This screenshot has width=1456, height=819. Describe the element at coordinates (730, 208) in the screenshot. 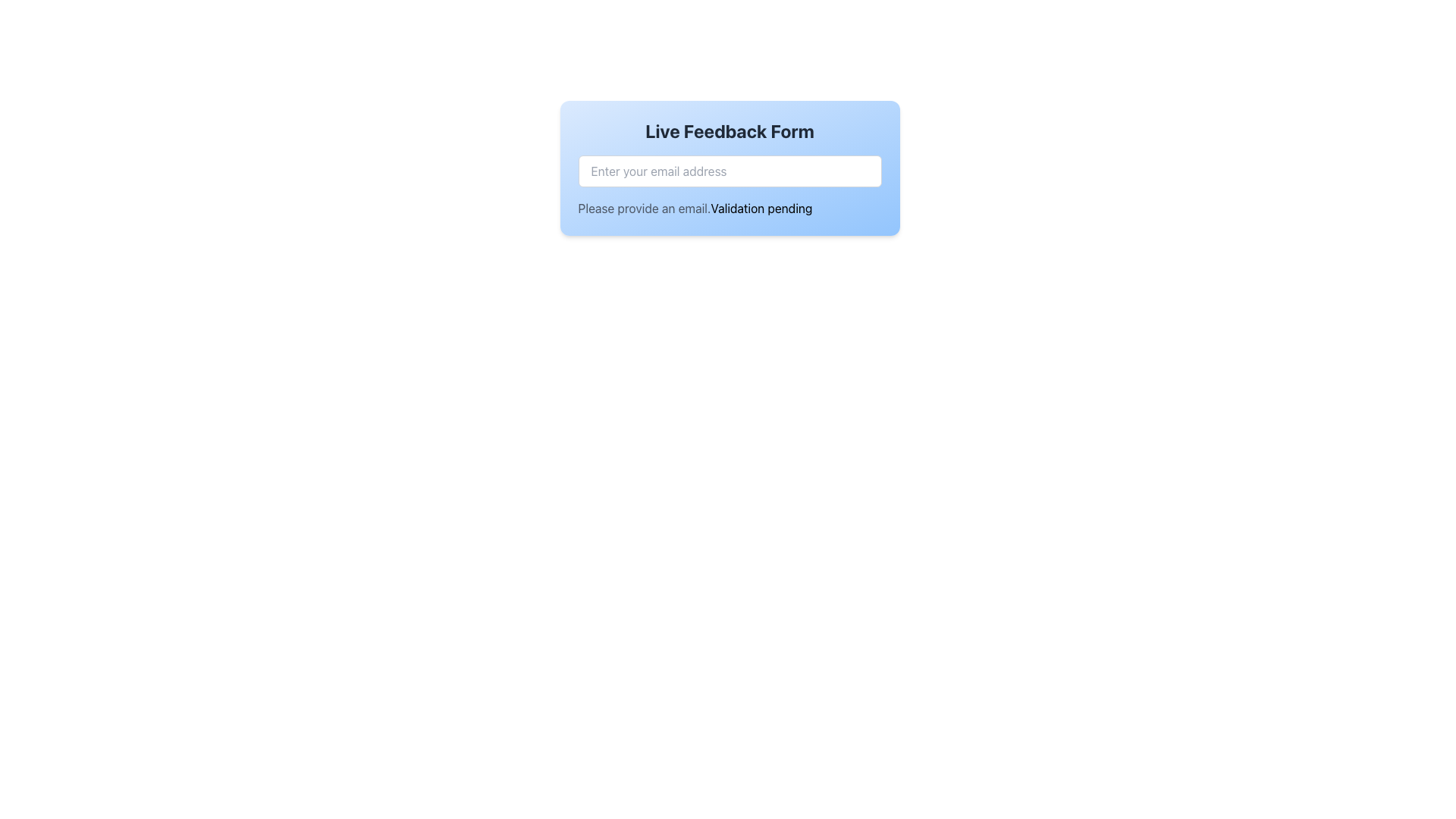

I see `message displayed in the text label that provides feedback about email input validation, which states 'Please provide an email.Validation pending'` at that location.